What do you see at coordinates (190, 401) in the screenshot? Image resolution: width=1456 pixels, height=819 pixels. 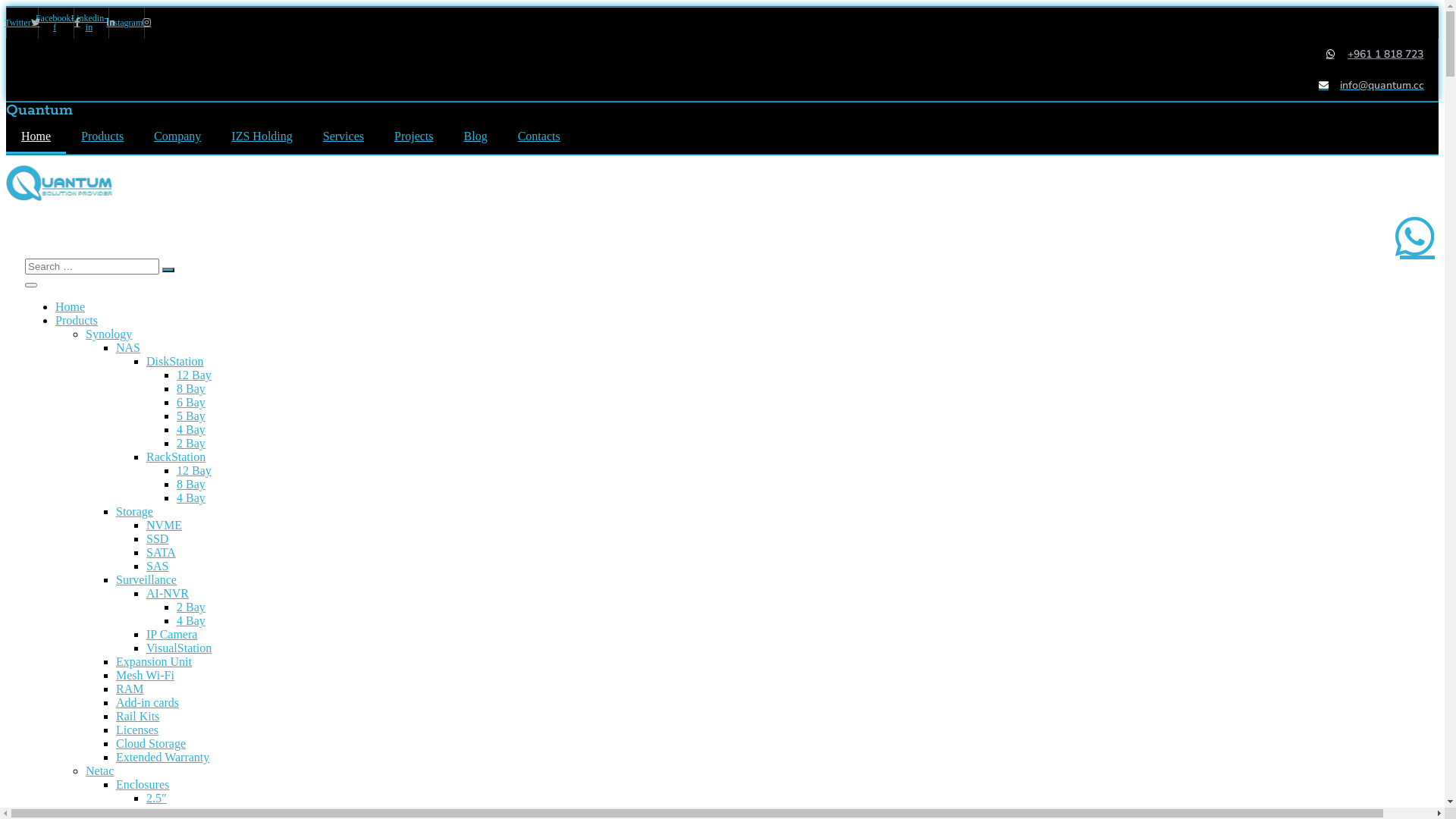 I see `'6 Bay'` at bounding box center [190, 401].